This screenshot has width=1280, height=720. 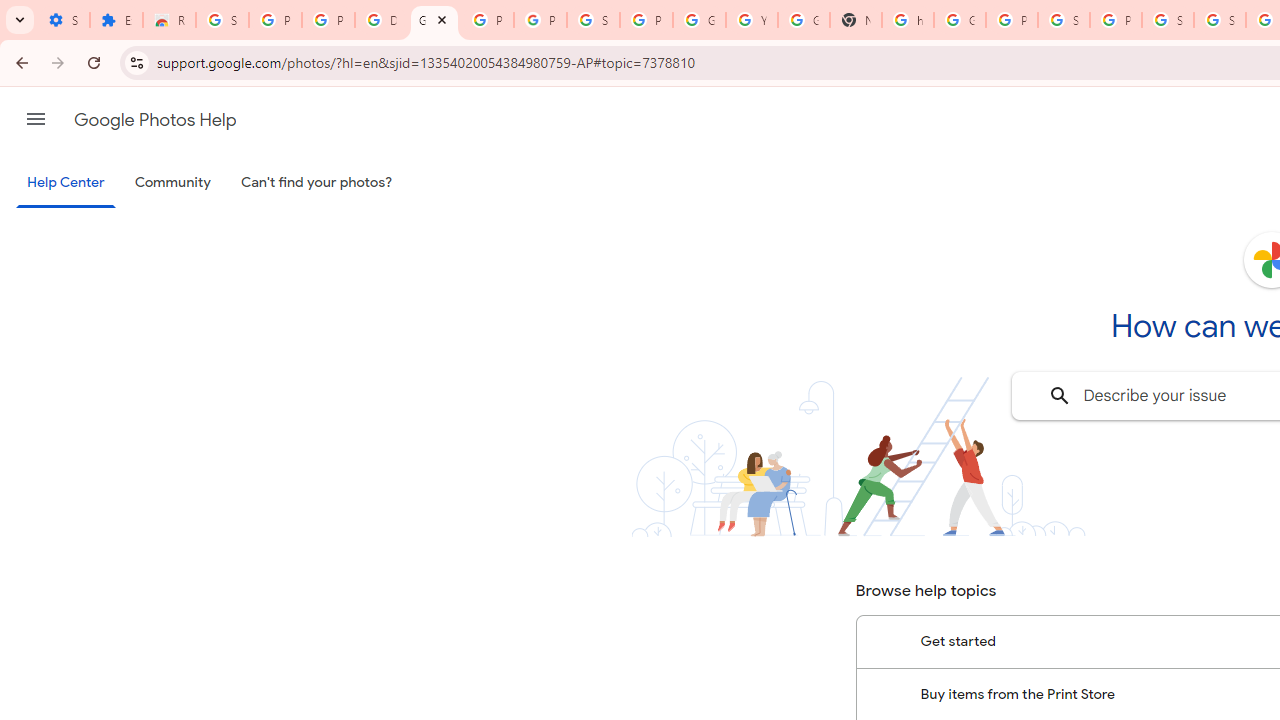 What do you see at coordinates (855, 20) in the screenshot?
I see `'New Tab'` at bounding box center [855, 20].